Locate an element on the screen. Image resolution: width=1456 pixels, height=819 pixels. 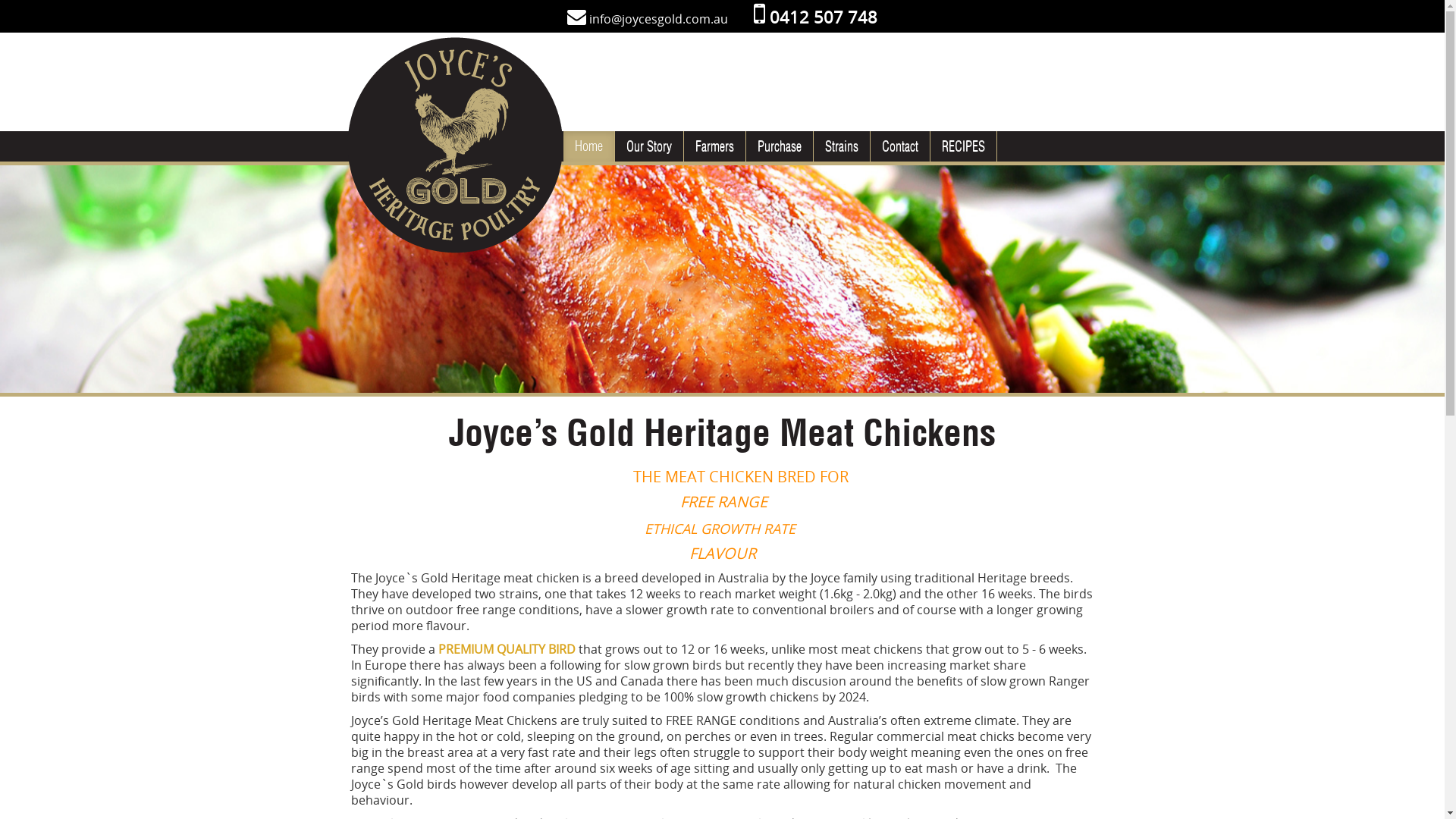
'Farmers' is located at coordinates (714, 146).